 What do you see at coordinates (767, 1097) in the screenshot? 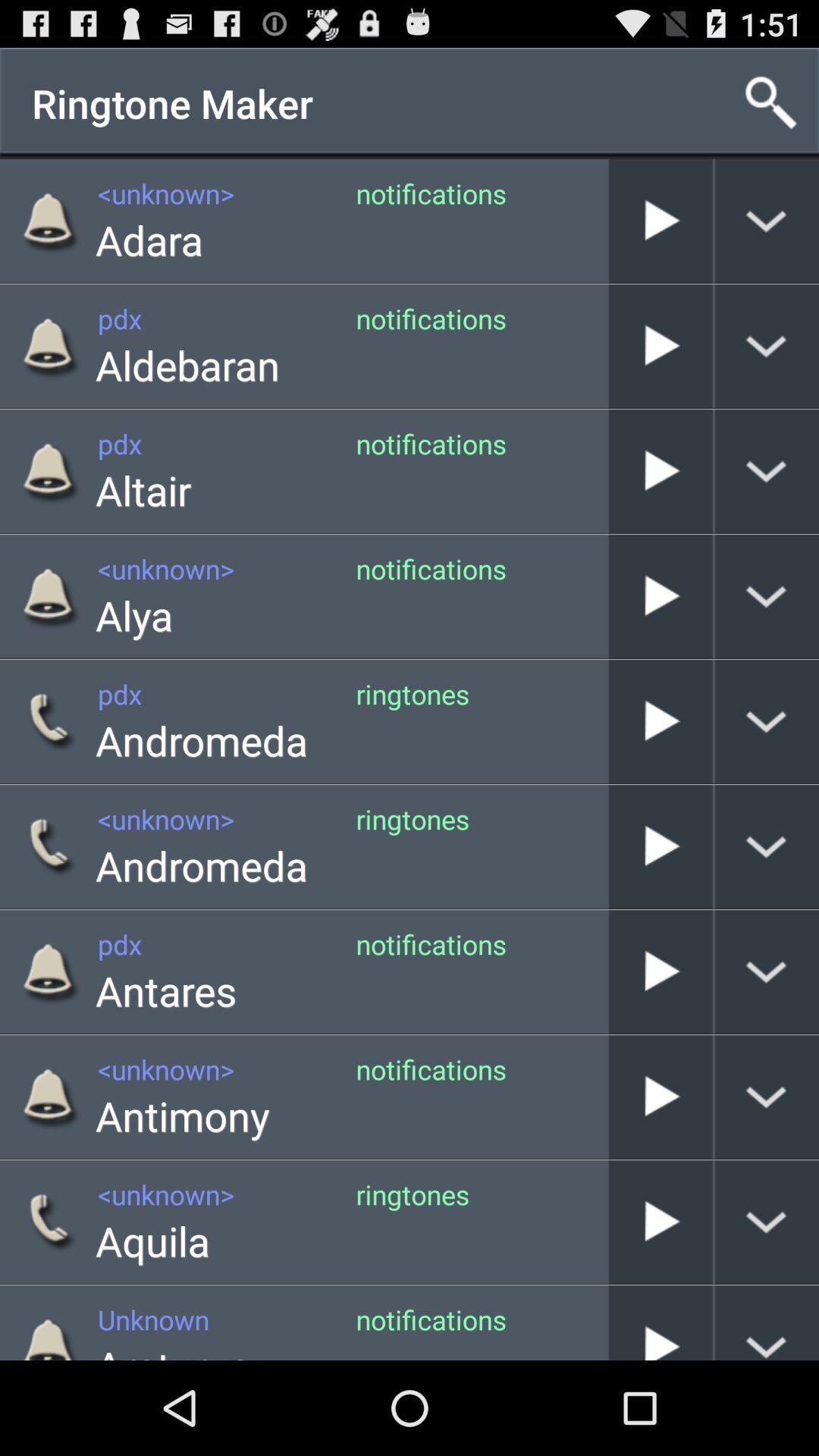
I see `drop down button` at bounding box center [767, 1097].